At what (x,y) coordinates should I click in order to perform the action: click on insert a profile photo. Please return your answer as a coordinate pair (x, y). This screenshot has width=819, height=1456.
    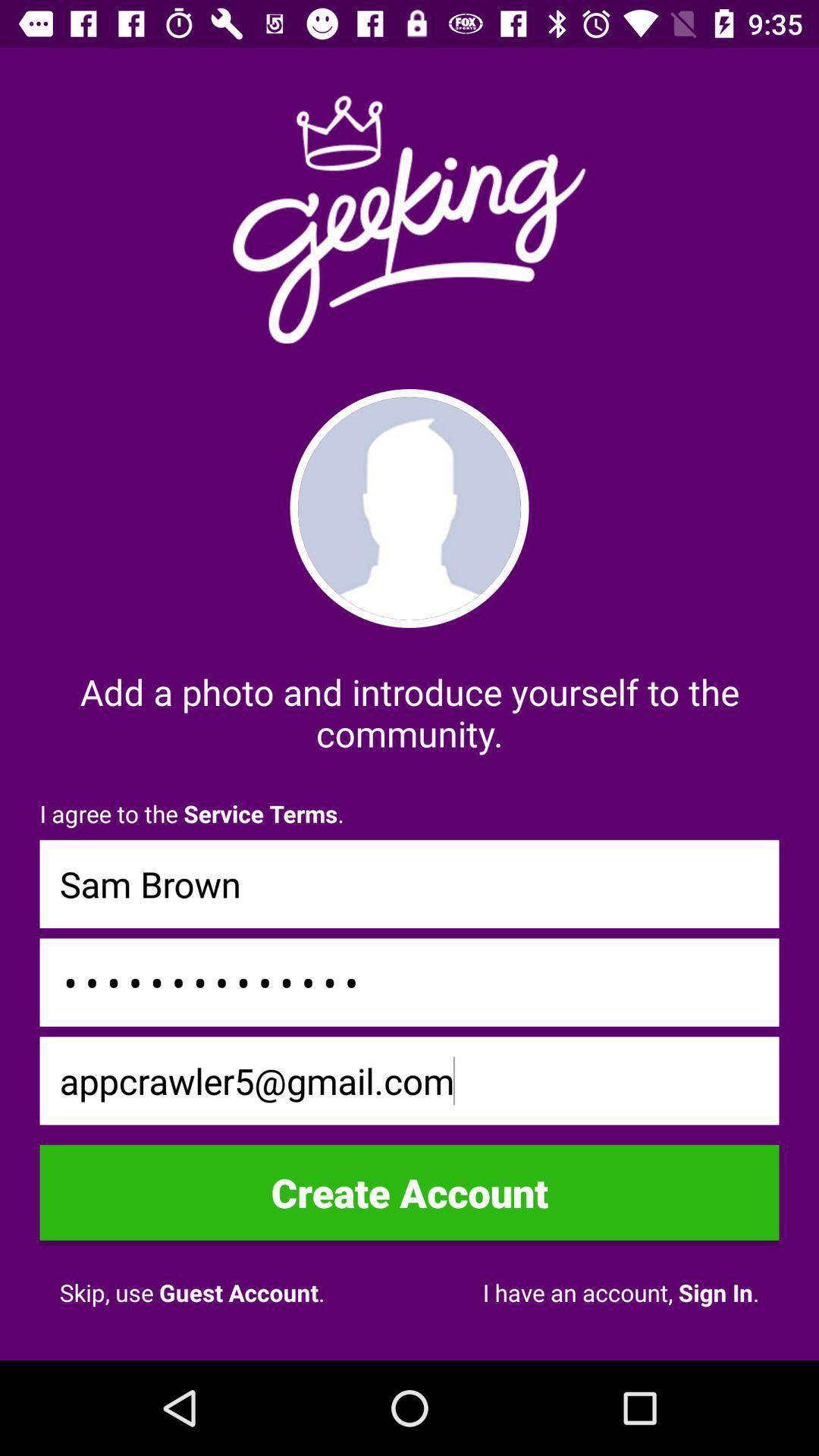
    Looking at the image, I should click on (409, 508).